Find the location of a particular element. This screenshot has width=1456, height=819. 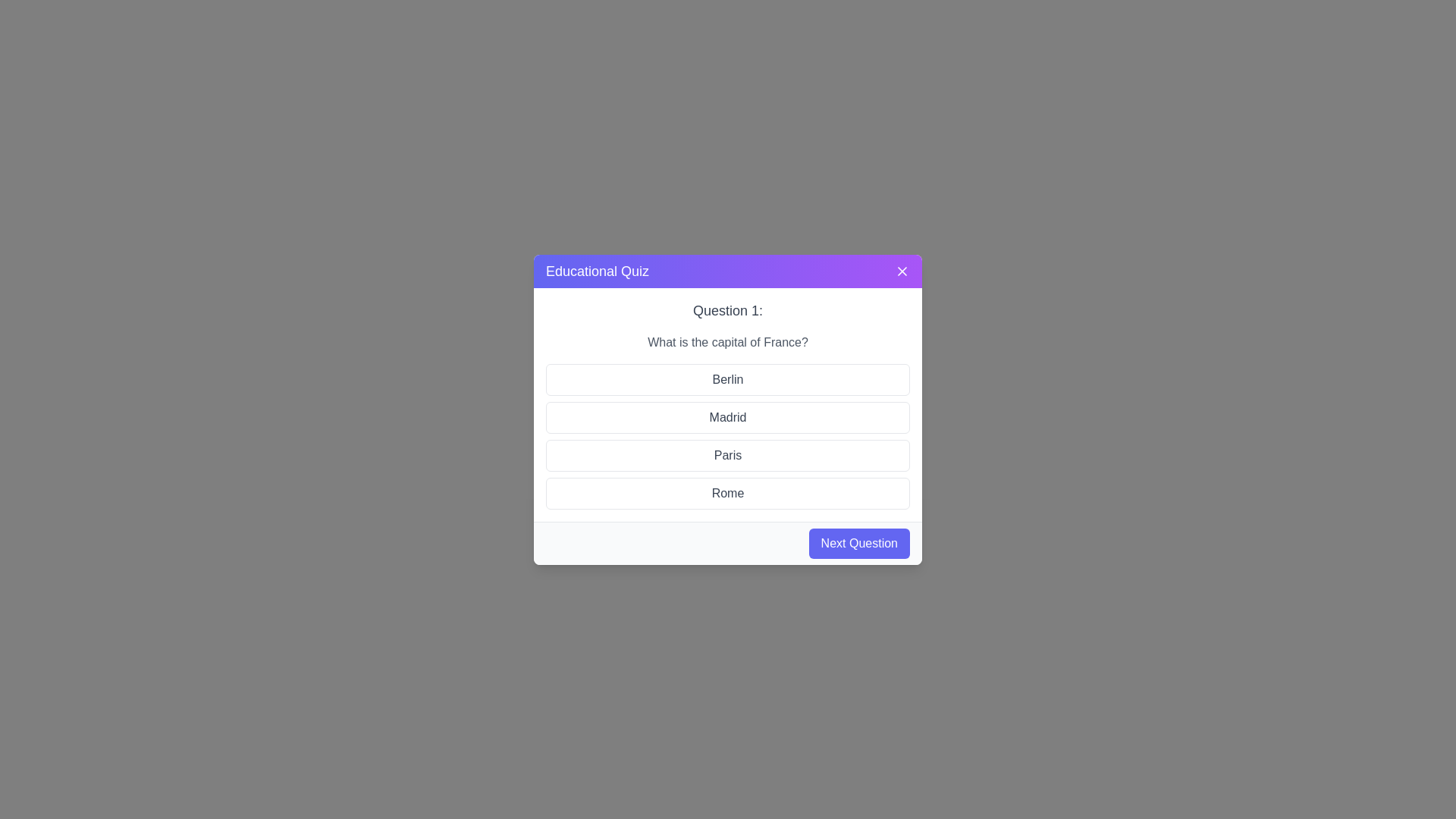

one of the answer options in the quiz section labeled 'Question 1:' is located at coordinates (728, 403).